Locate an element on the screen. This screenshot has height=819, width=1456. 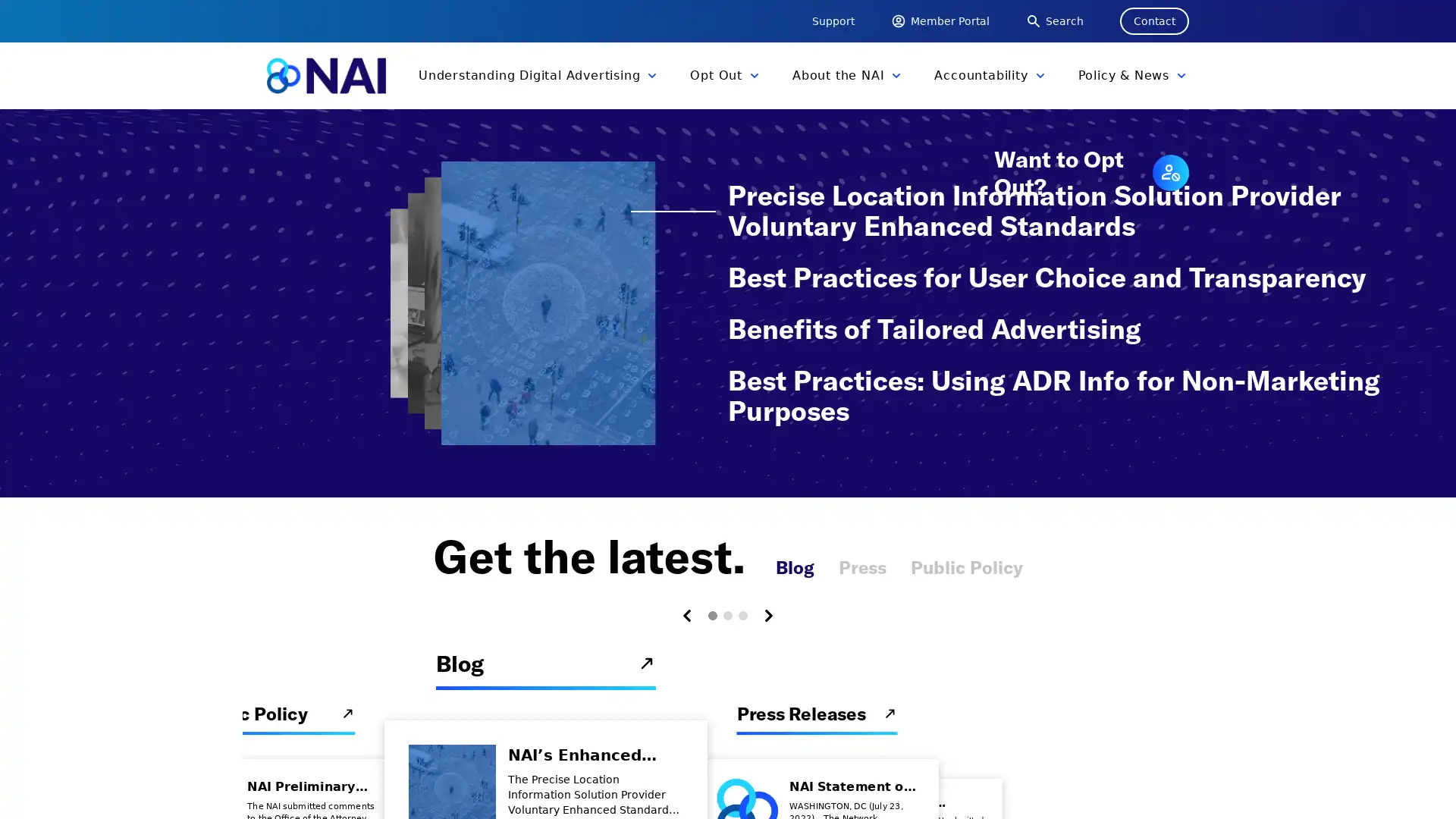
Press is located at coordinates (861, 567).